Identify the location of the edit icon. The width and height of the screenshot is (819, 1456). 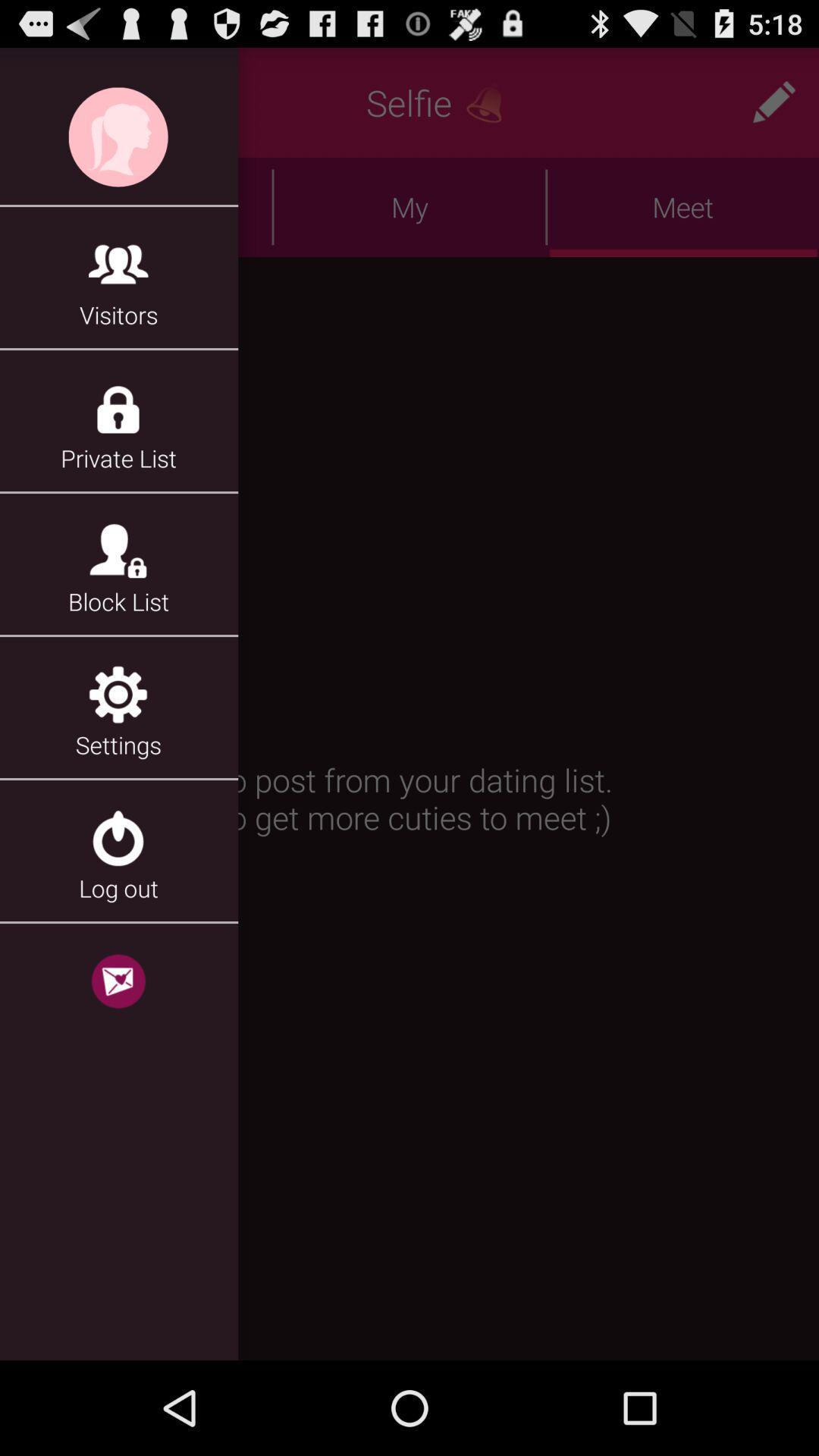
(773, 108).